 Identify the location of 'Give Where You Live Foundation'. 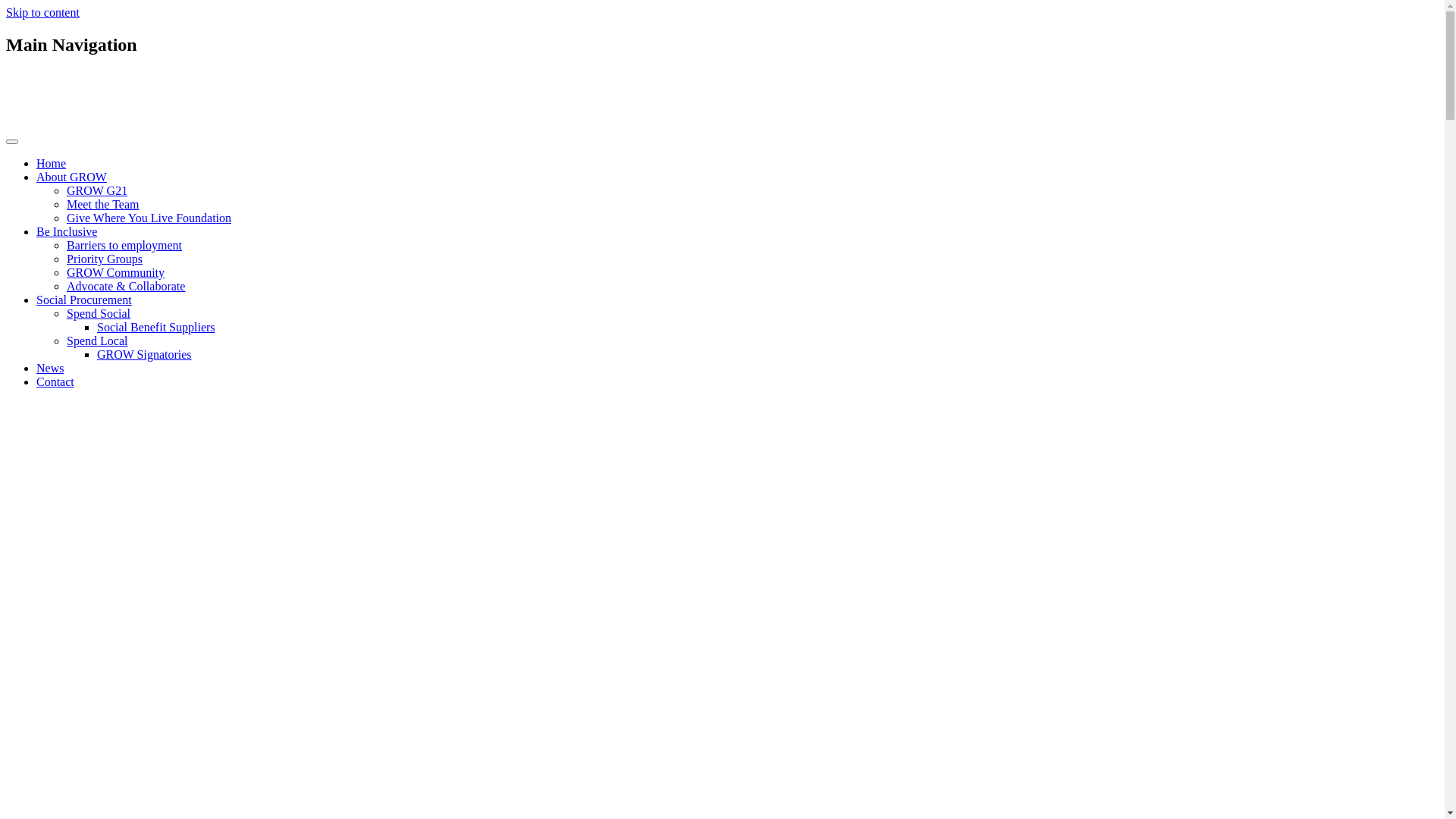
(149, 218).